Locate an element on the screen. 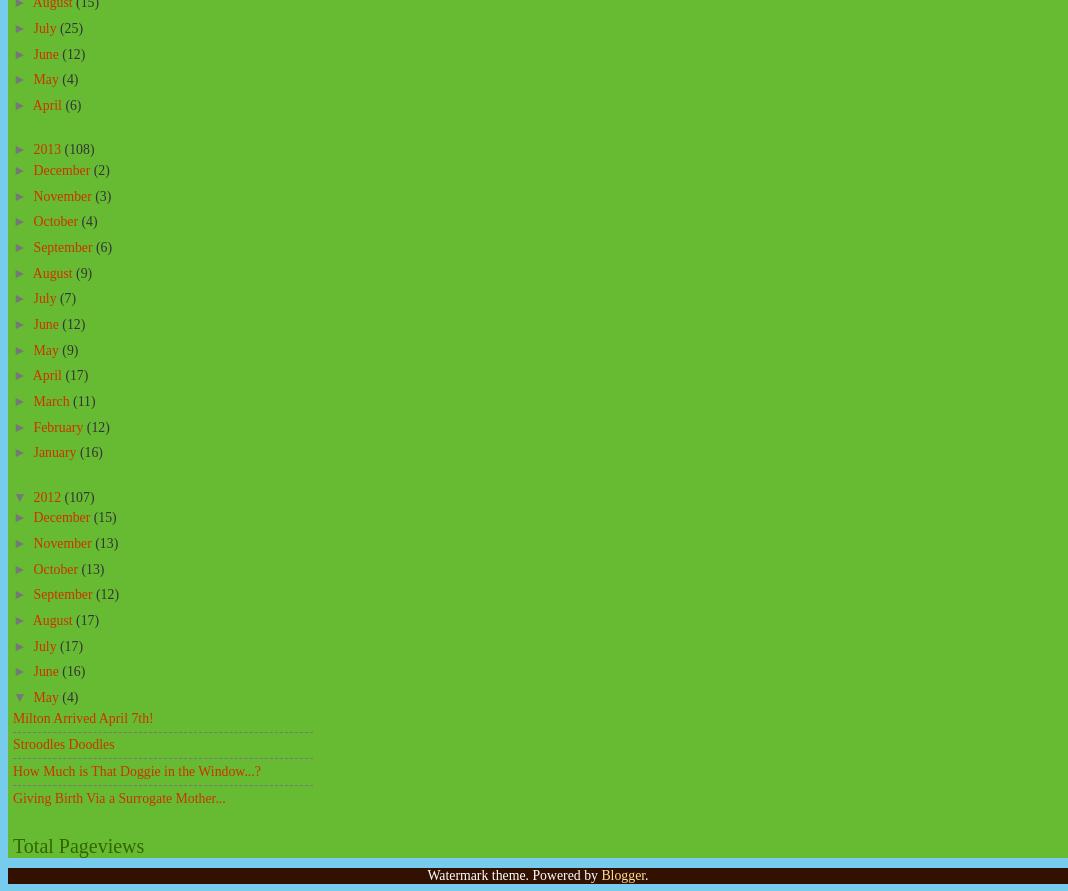 This screenshot has height=891, width=1068. '(2)' is located at coordinates (100, 169).